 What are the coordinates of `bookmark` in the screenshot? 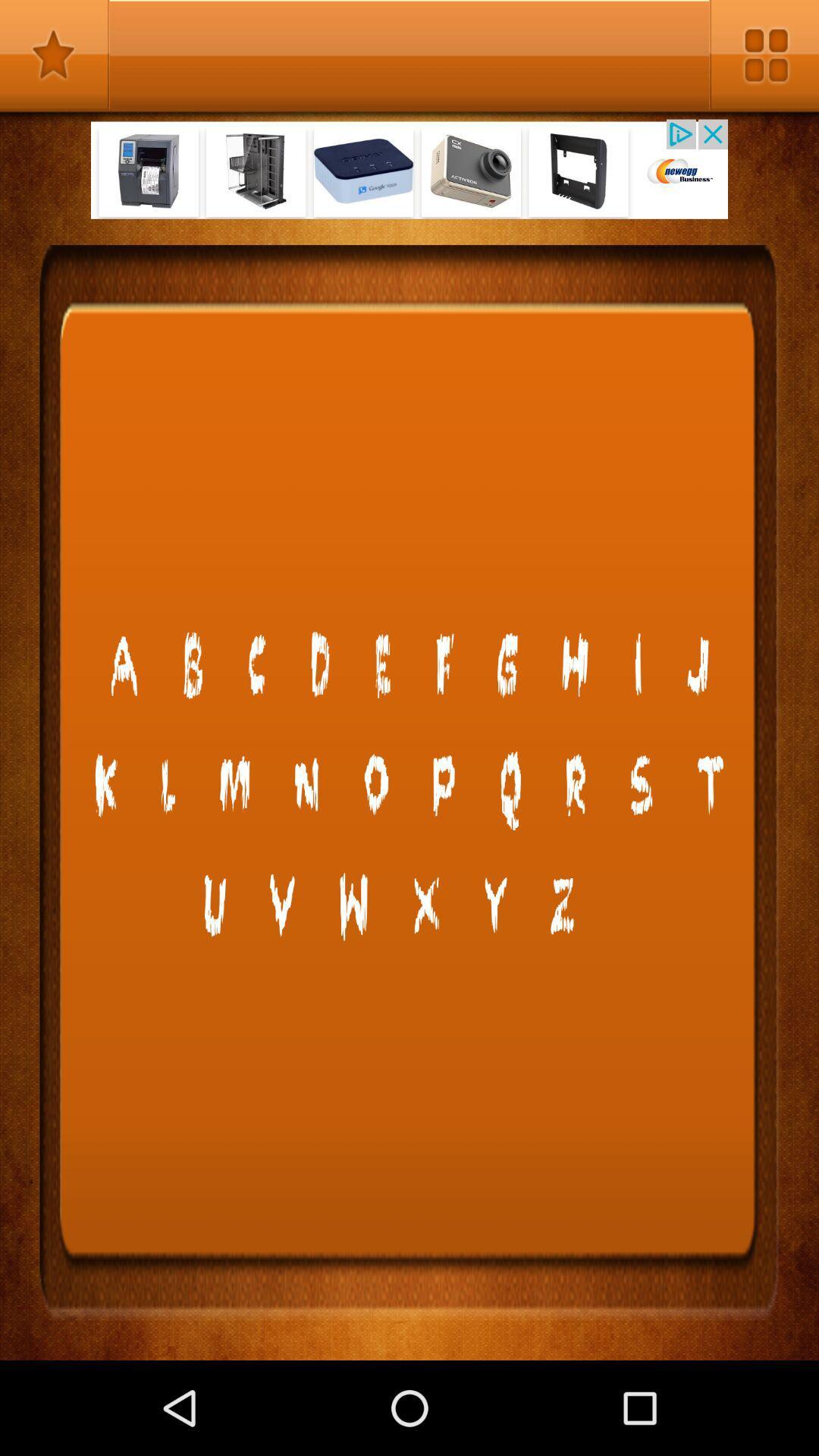 It's located at (54, 55).